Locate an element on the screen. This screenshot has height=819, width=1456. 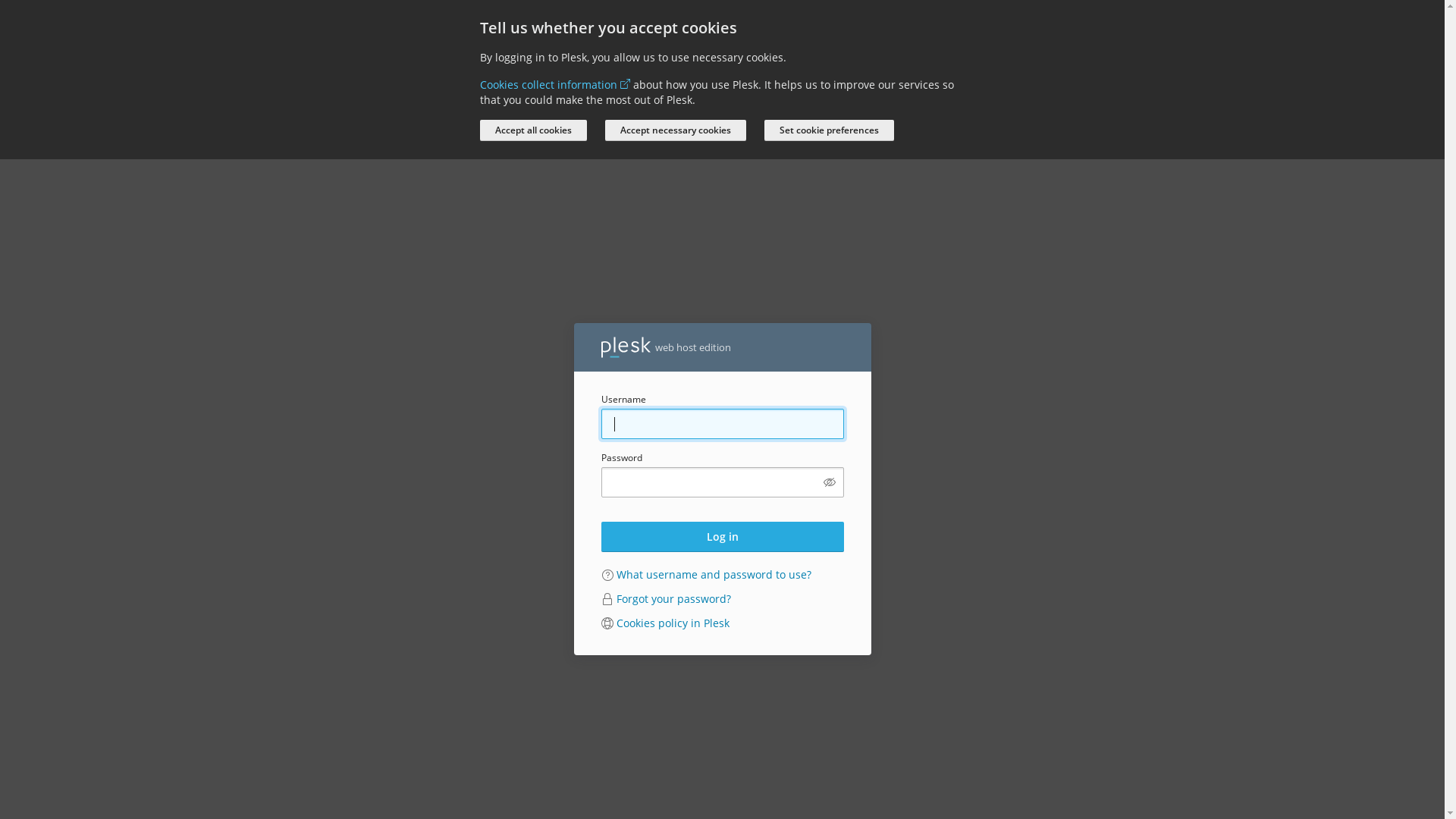
'Cookies policy in Plesk' is located at coordinates (671, 623).